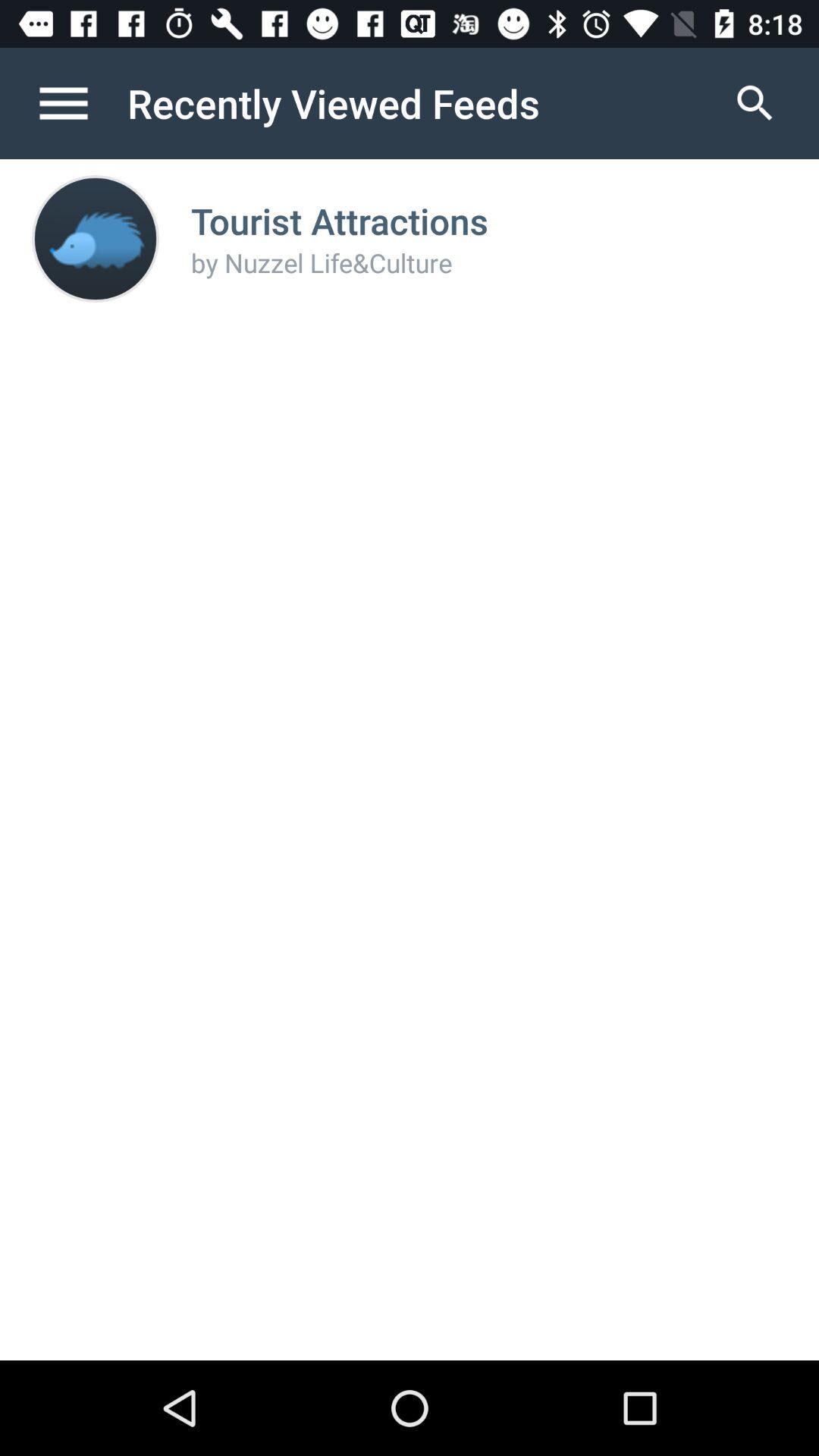 This screenshot has height=1456, width=819. I want to click on open navigation menu, so click(79, 102).